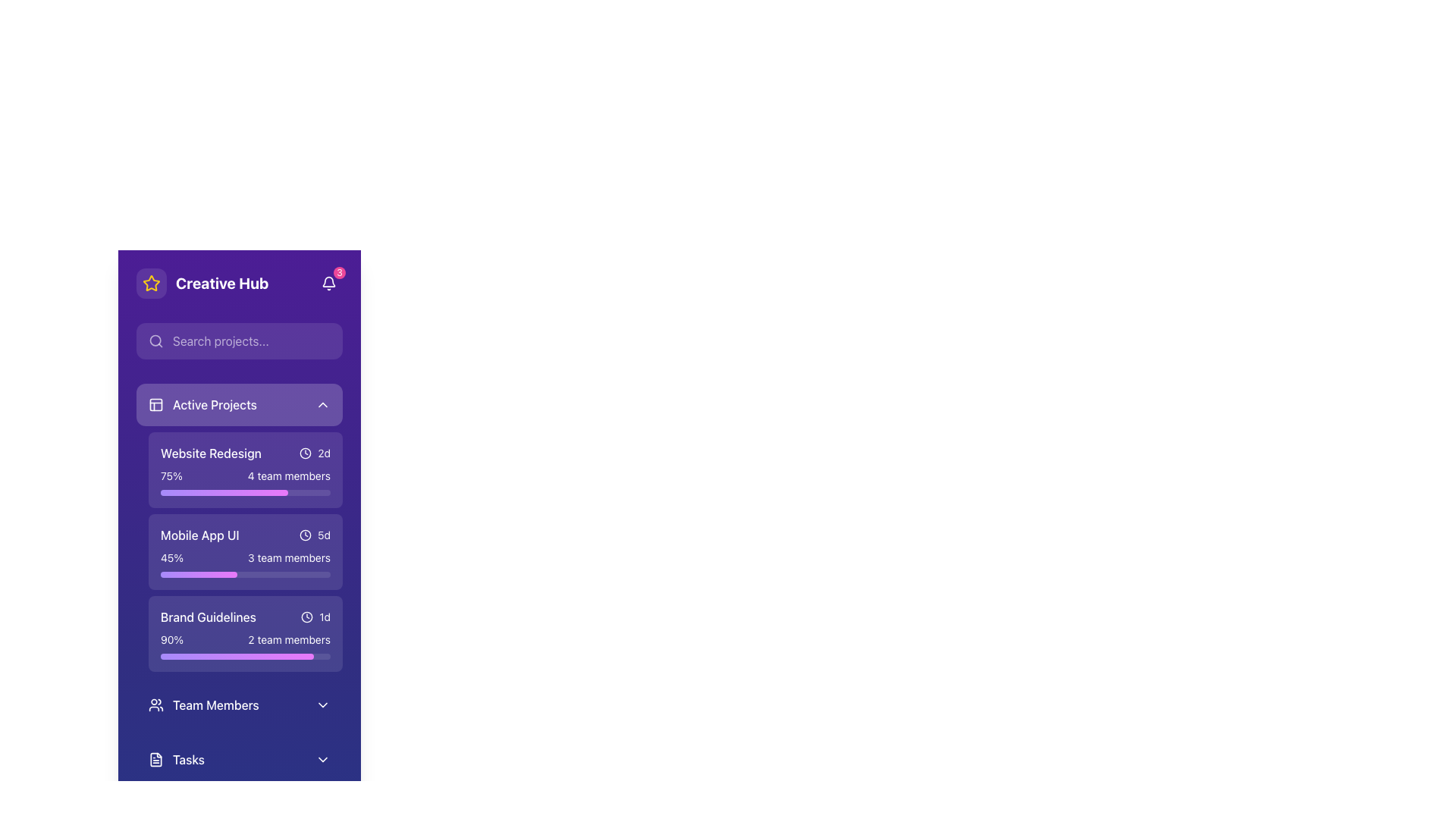 This screenshot has width=1456, height=819. Describe the element at coordinates (306, 617) in the screenshot. I see `the clock icon located to the left of the text '1d' in the 'Brand Guidelines' section under the 'Active Projects' category as a visual indicator of time` at that location.